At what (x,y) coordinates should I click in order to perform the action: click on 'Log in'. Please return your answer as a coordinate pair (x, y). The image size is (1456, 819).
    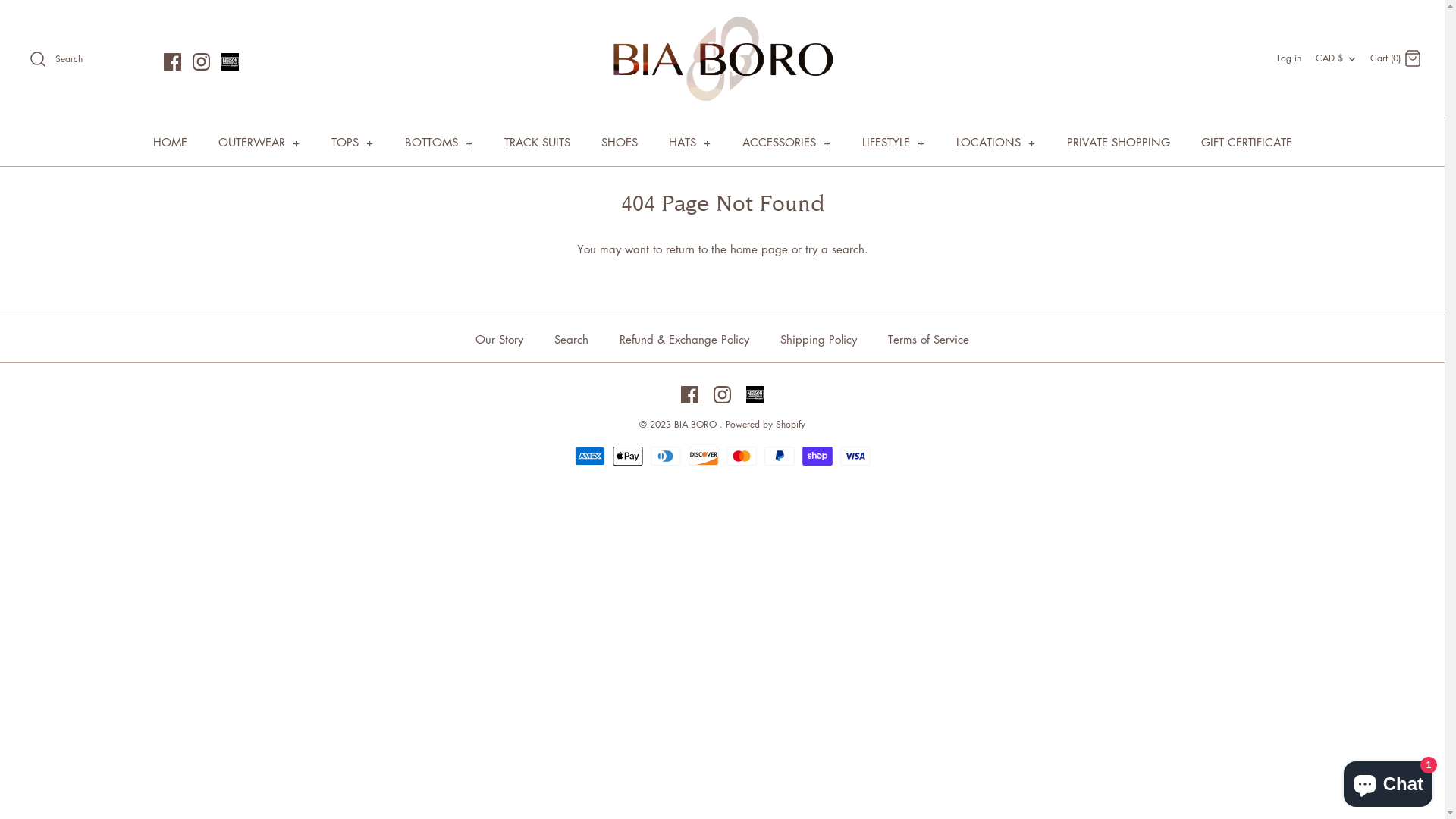
    Looking at the image, I should click on (1276, 57).